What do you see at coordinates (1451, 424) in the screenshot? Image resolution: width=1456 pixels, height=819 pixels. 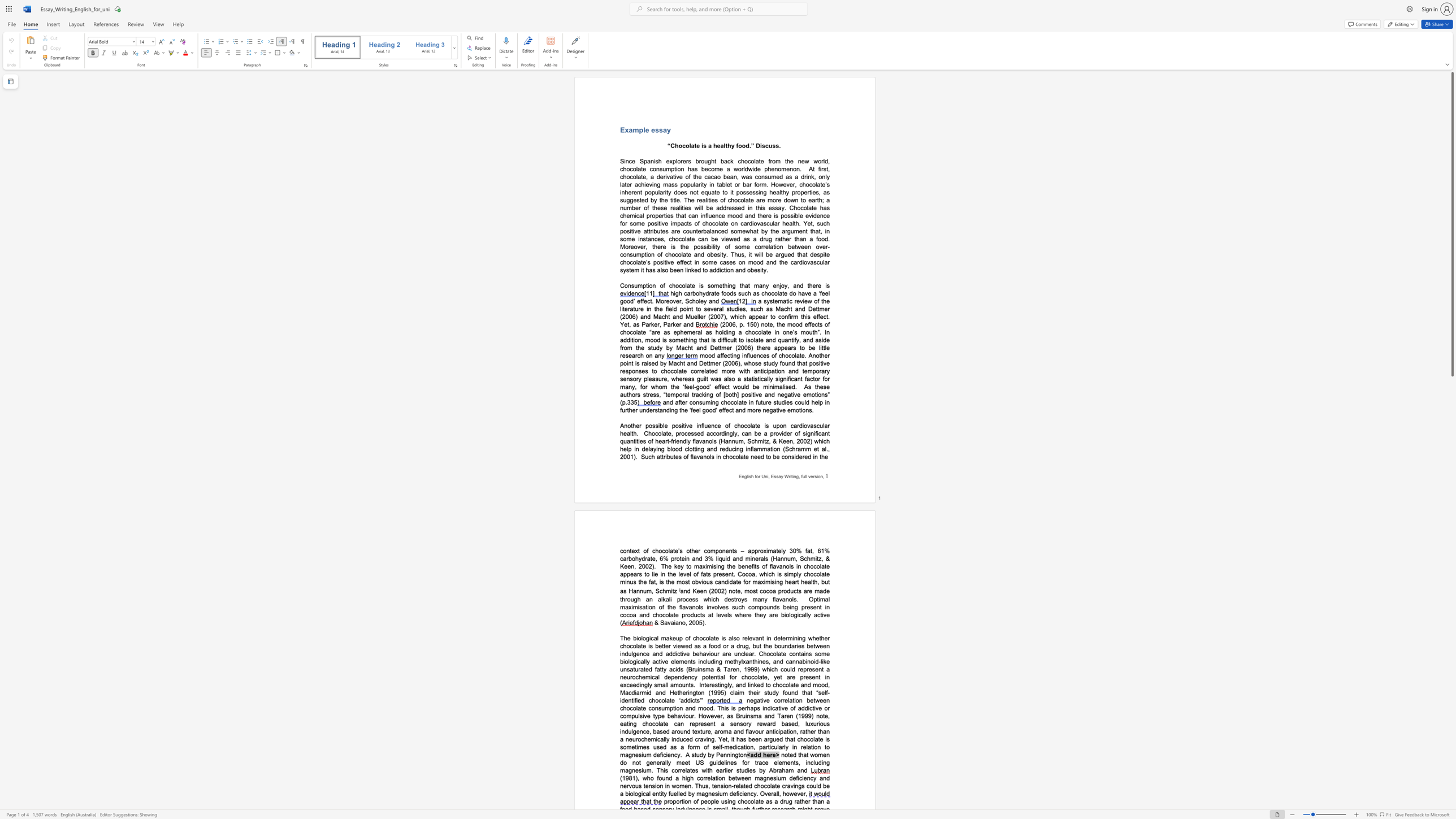 I see `the scrollbar to move the page down` at bounding box center [1451, 424].